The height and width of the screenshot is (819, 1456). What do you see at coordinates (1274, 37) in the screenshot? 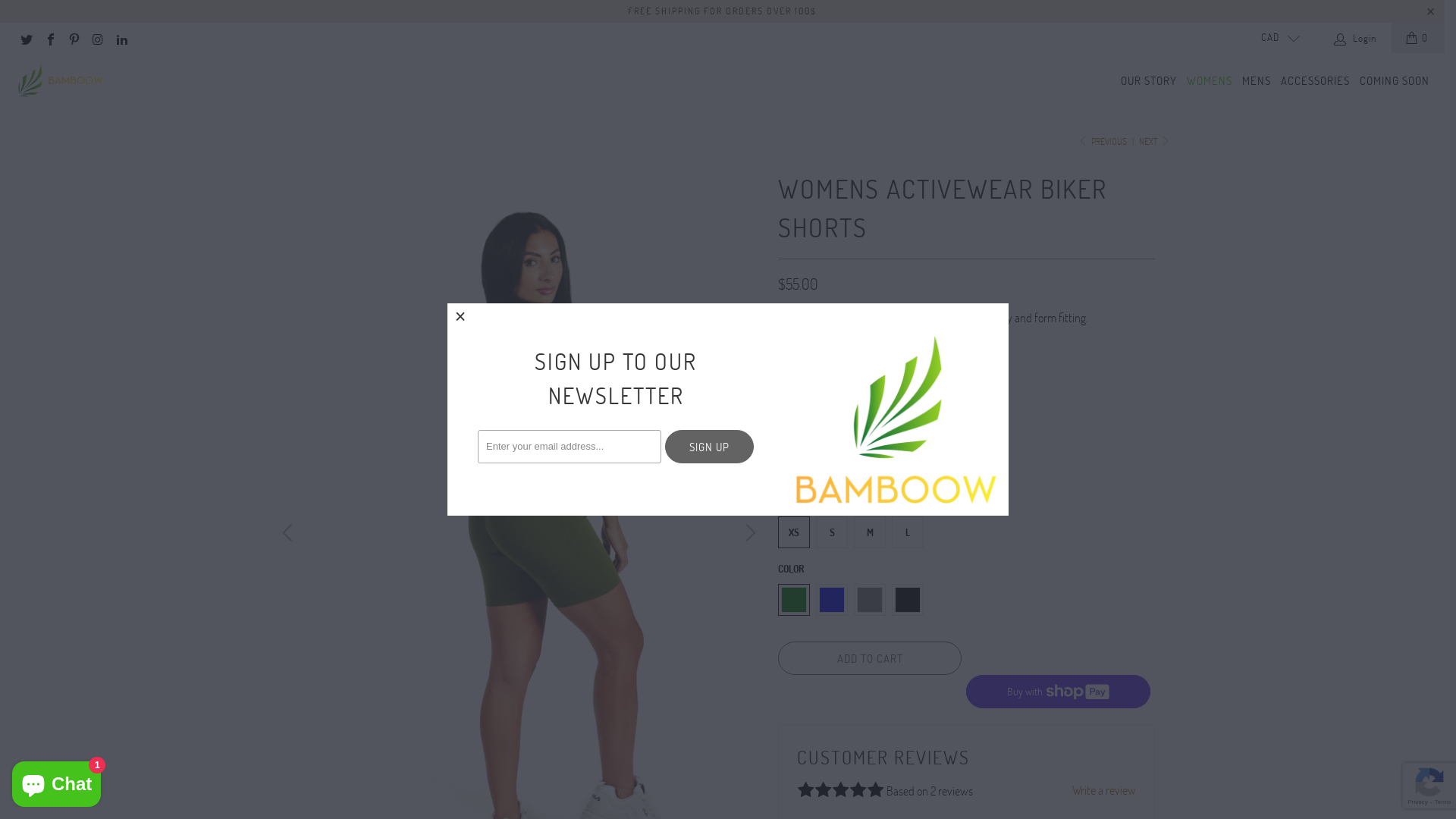
I see `'CAD'` at bounding box center [1274, 37].